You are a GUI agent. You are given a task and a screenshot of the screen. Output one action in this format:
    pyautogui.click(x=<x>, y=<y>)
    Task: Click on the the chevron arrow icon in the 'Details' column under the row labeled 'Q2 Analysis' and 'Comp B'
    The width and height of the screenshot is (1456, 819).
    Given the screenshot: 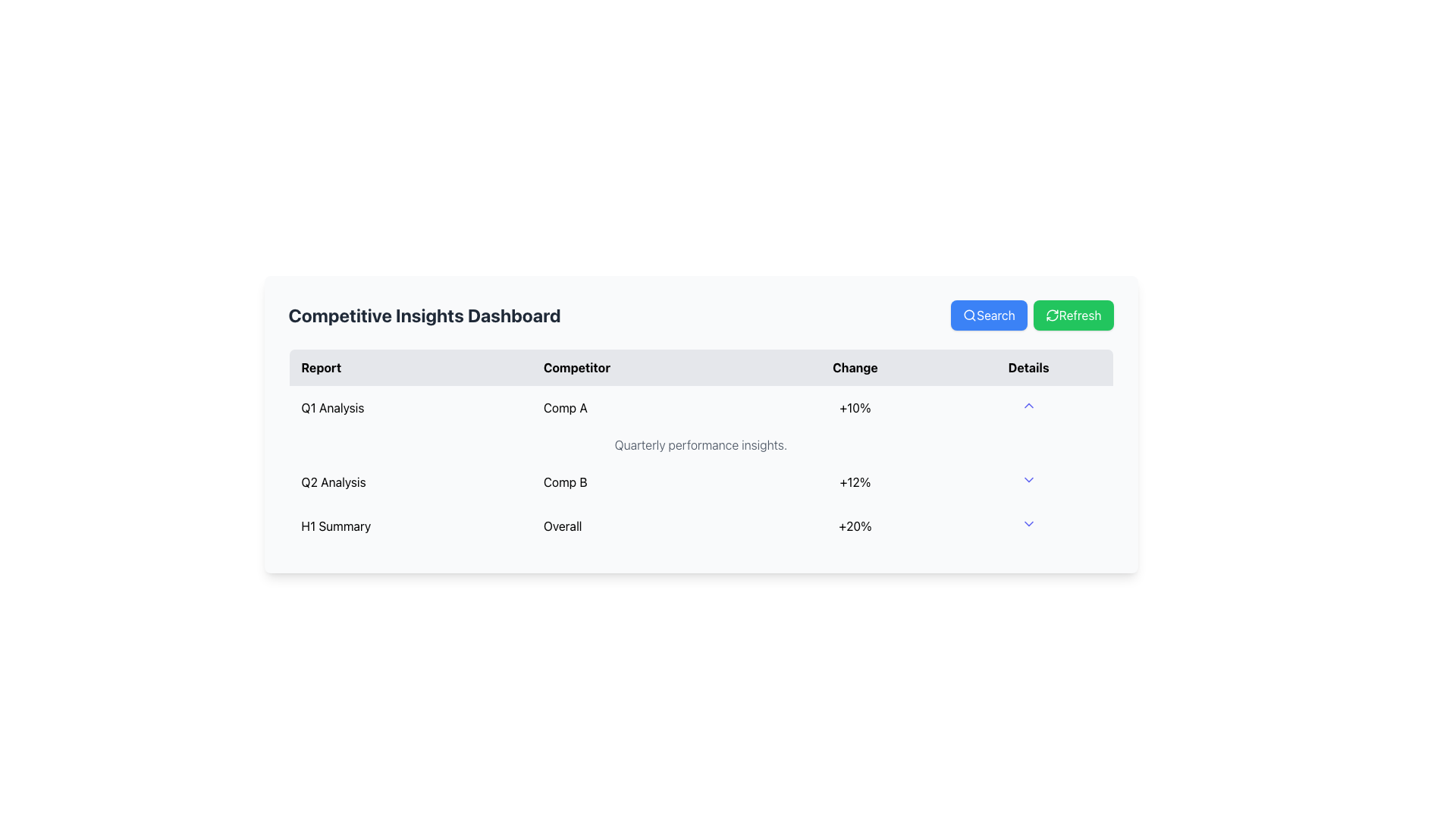 What is the action you would take?
    pyautogui.click(x=1028, y=482)
    